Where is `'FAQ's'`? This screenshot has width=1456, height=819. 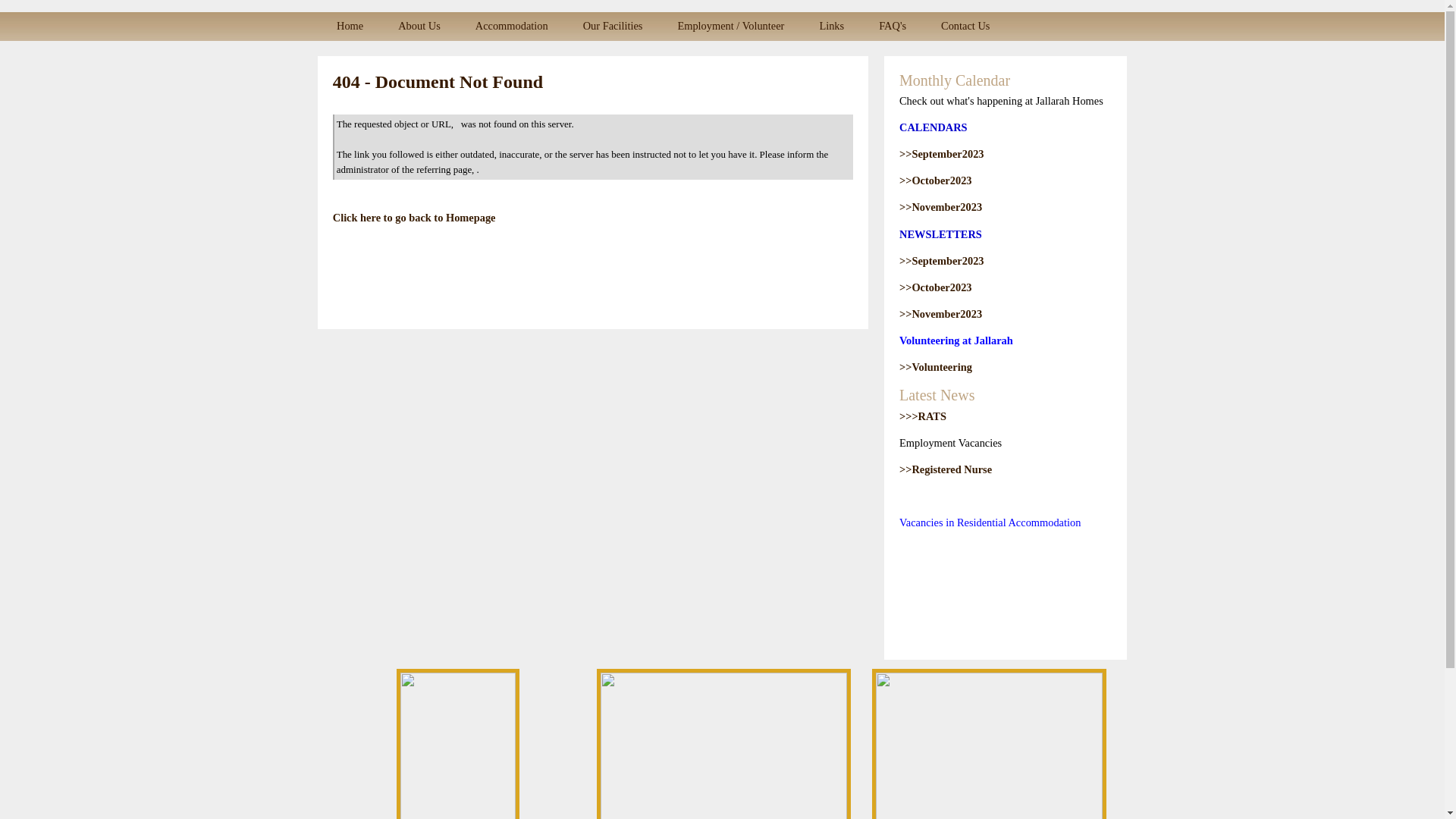 'FAQ's' is located at coordinates (892, 26).